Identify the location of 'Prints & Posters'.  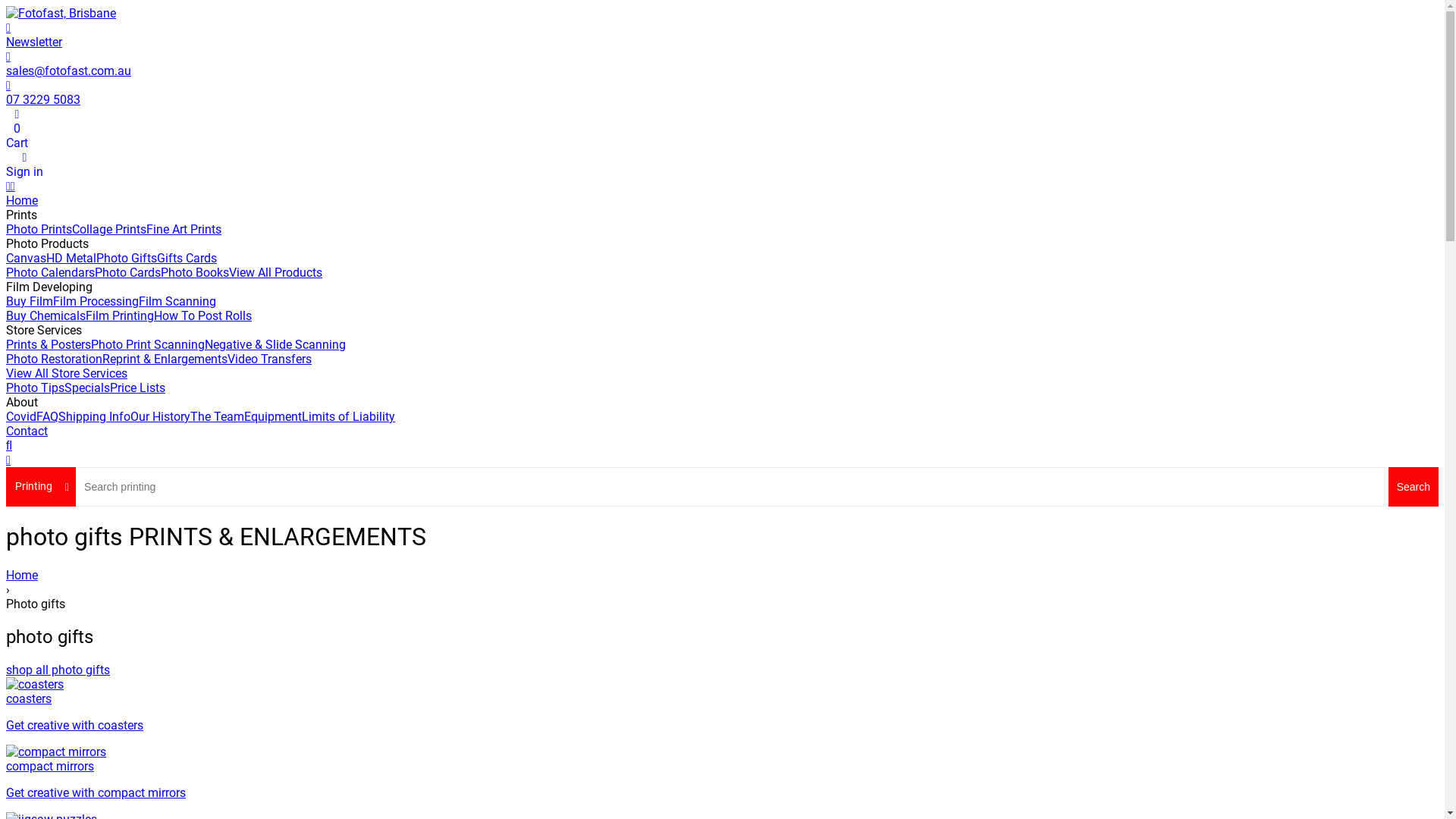
(6, 344).